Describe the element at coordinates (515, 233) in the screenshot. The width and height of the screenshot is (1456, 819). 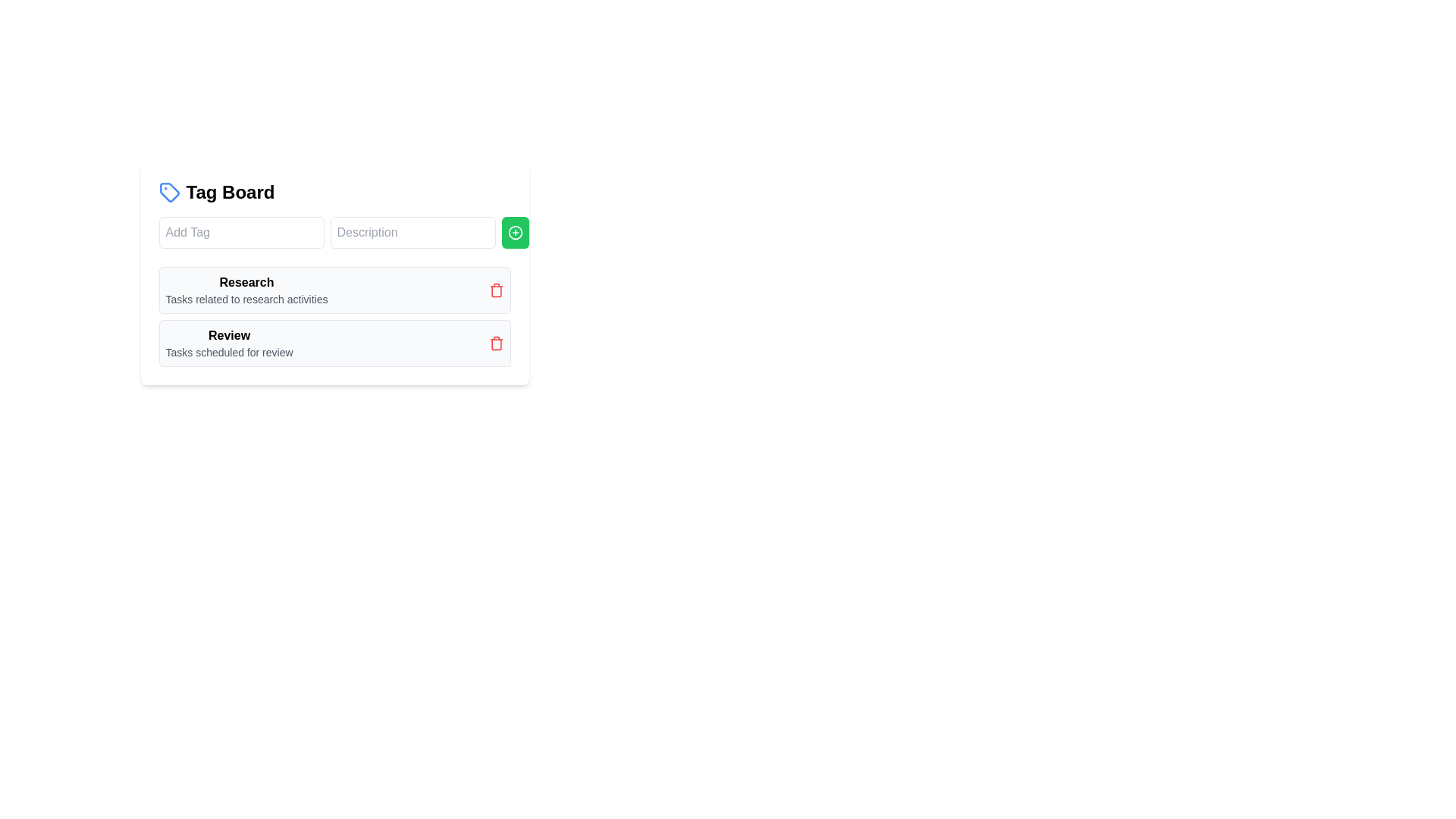
I see `the icon button for adding a new tag located within the green rounded rectangle beside the input fields labeled 'Add Tag' and 'Description'` at that location.